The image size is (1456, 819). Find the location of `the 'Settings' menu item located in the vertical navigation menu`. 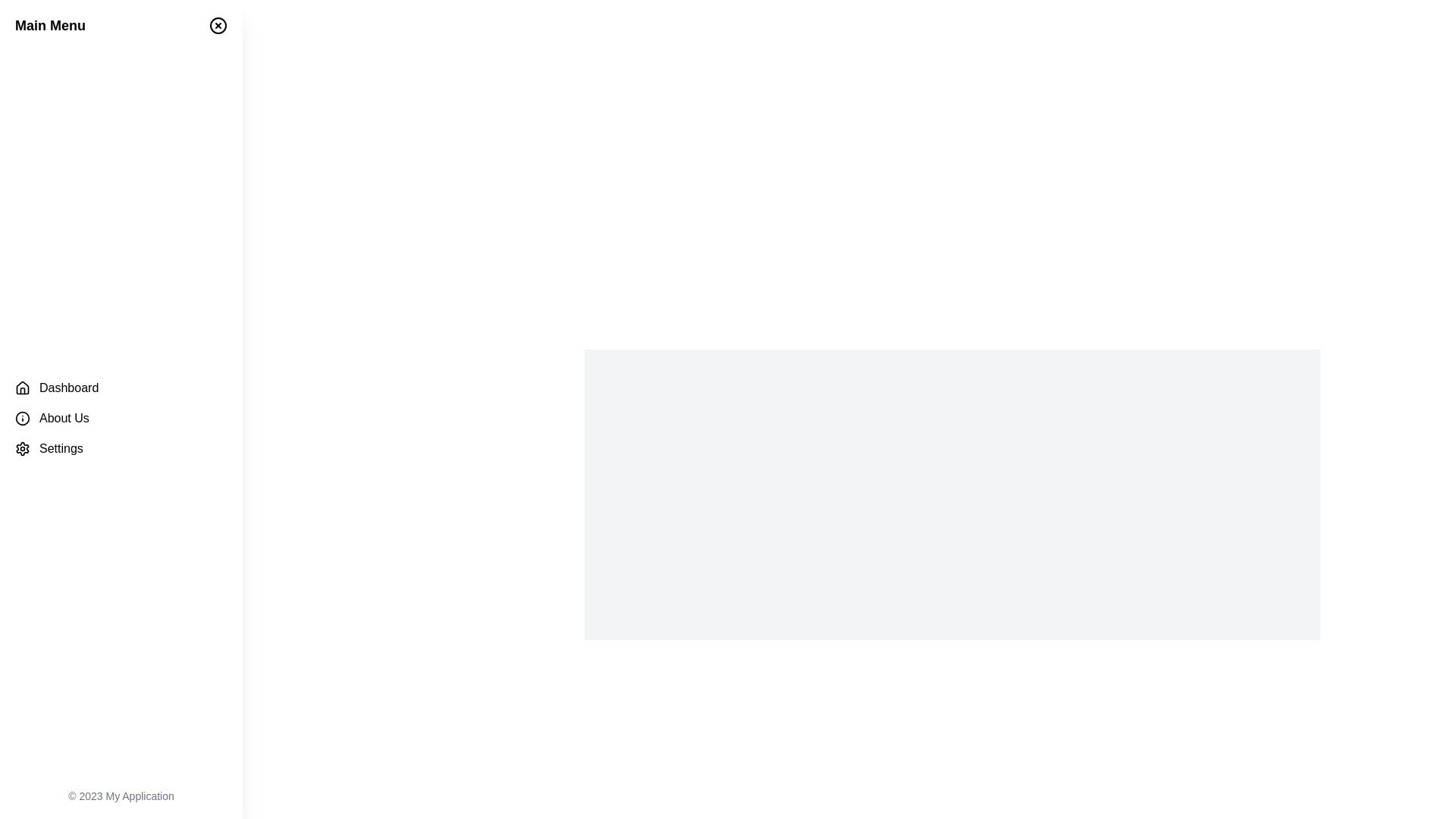

the 'Settings' menu item located in the vertical navigation menu is located at coordinates (120, 447).